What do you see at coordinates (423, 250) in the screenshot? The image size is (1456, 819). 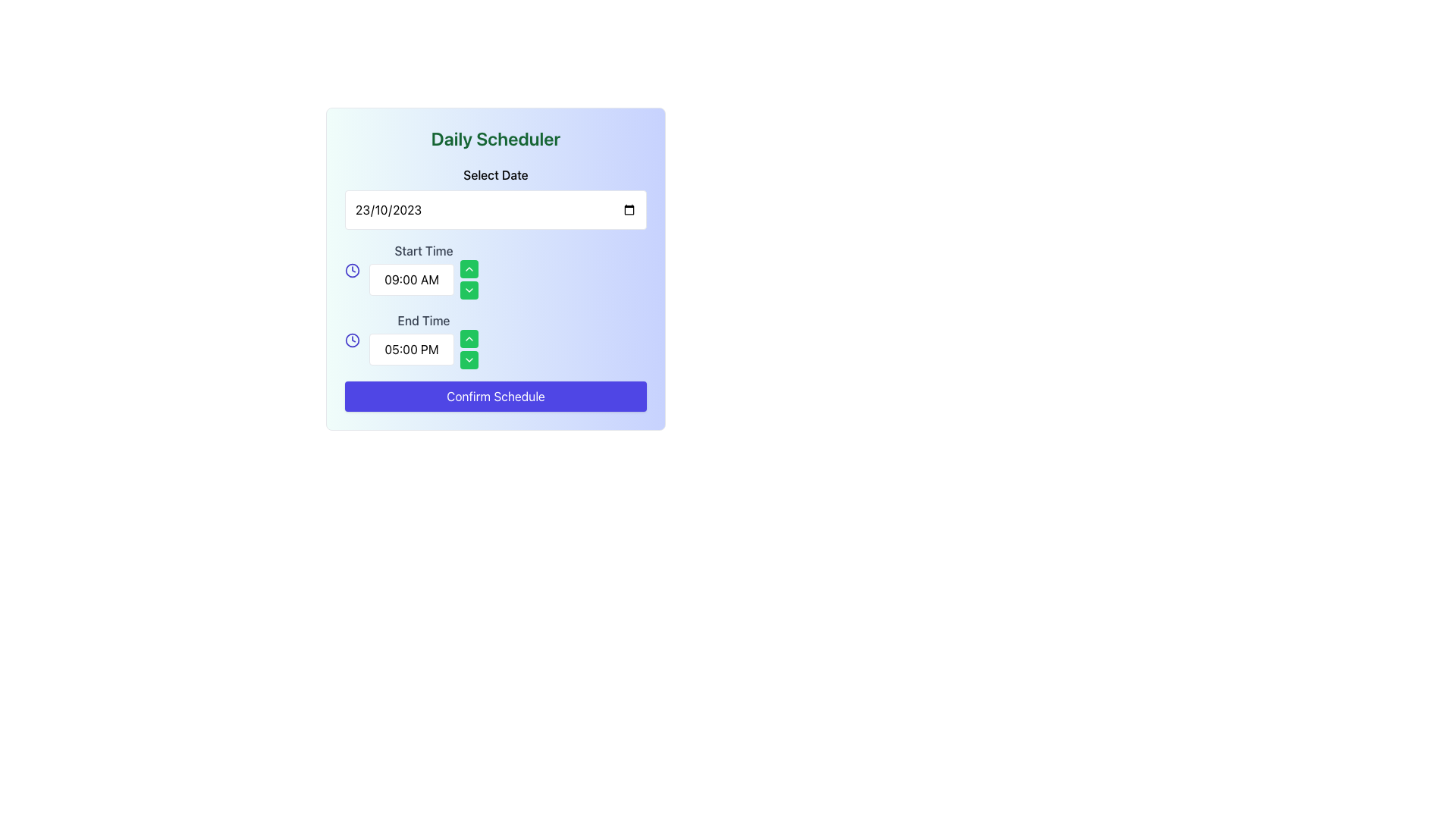 I see `the 'Start Time' label, which displays plain text in medium font weight and gray color, located in the top-left portion of the time selection group` at bounding box center [423, 250].